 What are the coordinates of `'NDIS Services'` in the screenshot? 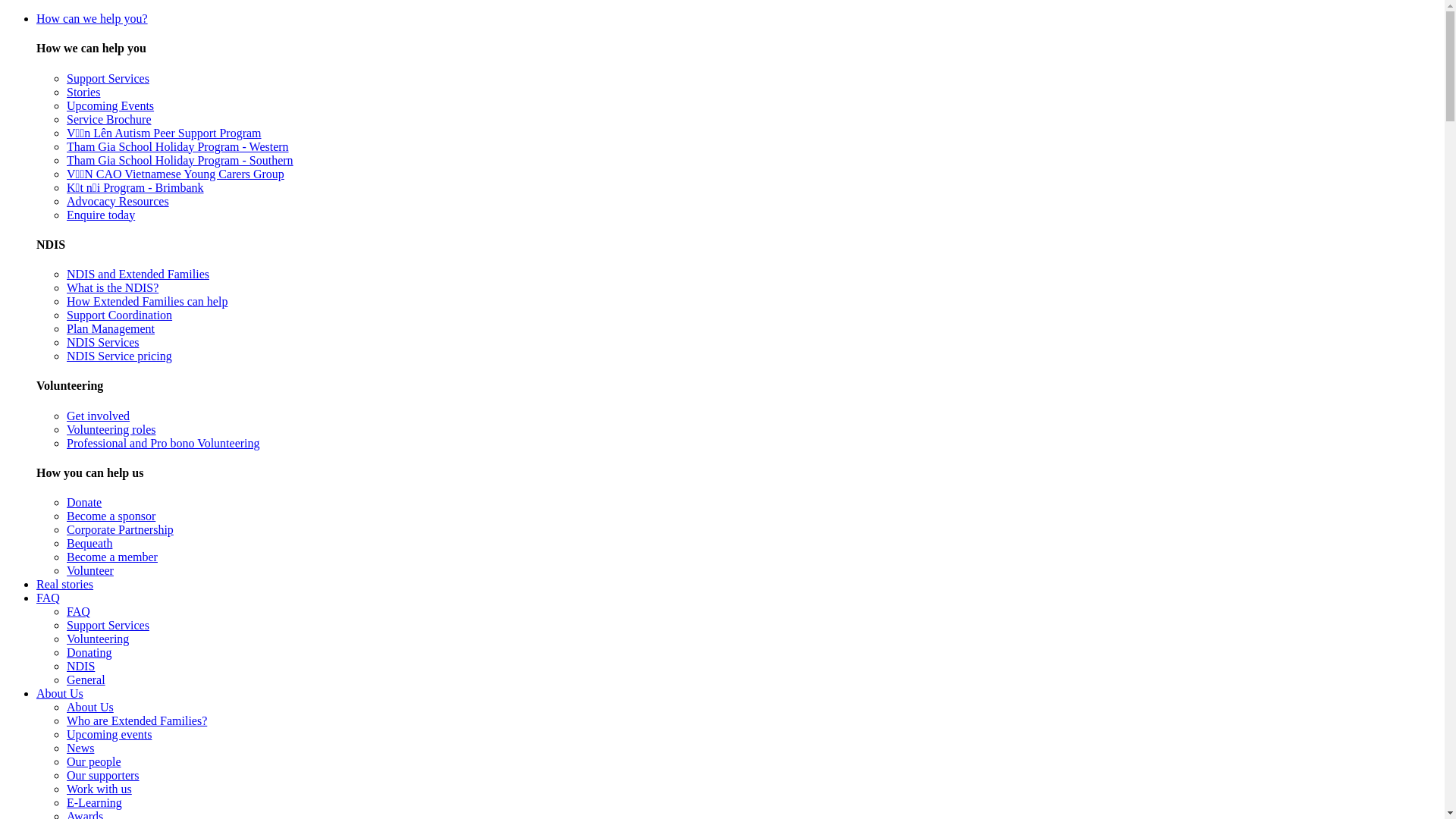 It's located at (102, 342).